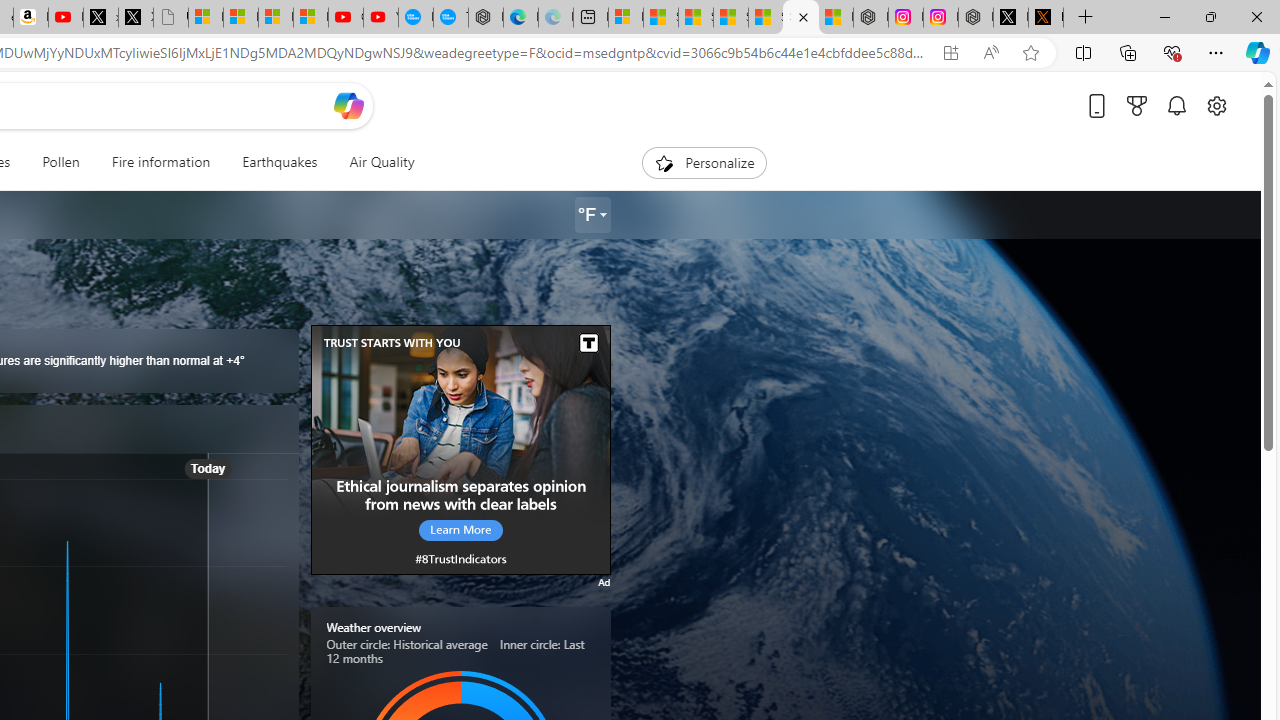 The width and height of the screenshot is (1280, 720). What do you see at coordinates (279, 162) in the screenshot?
I see `'Earthquakes'` at bounding box center [279, 162].